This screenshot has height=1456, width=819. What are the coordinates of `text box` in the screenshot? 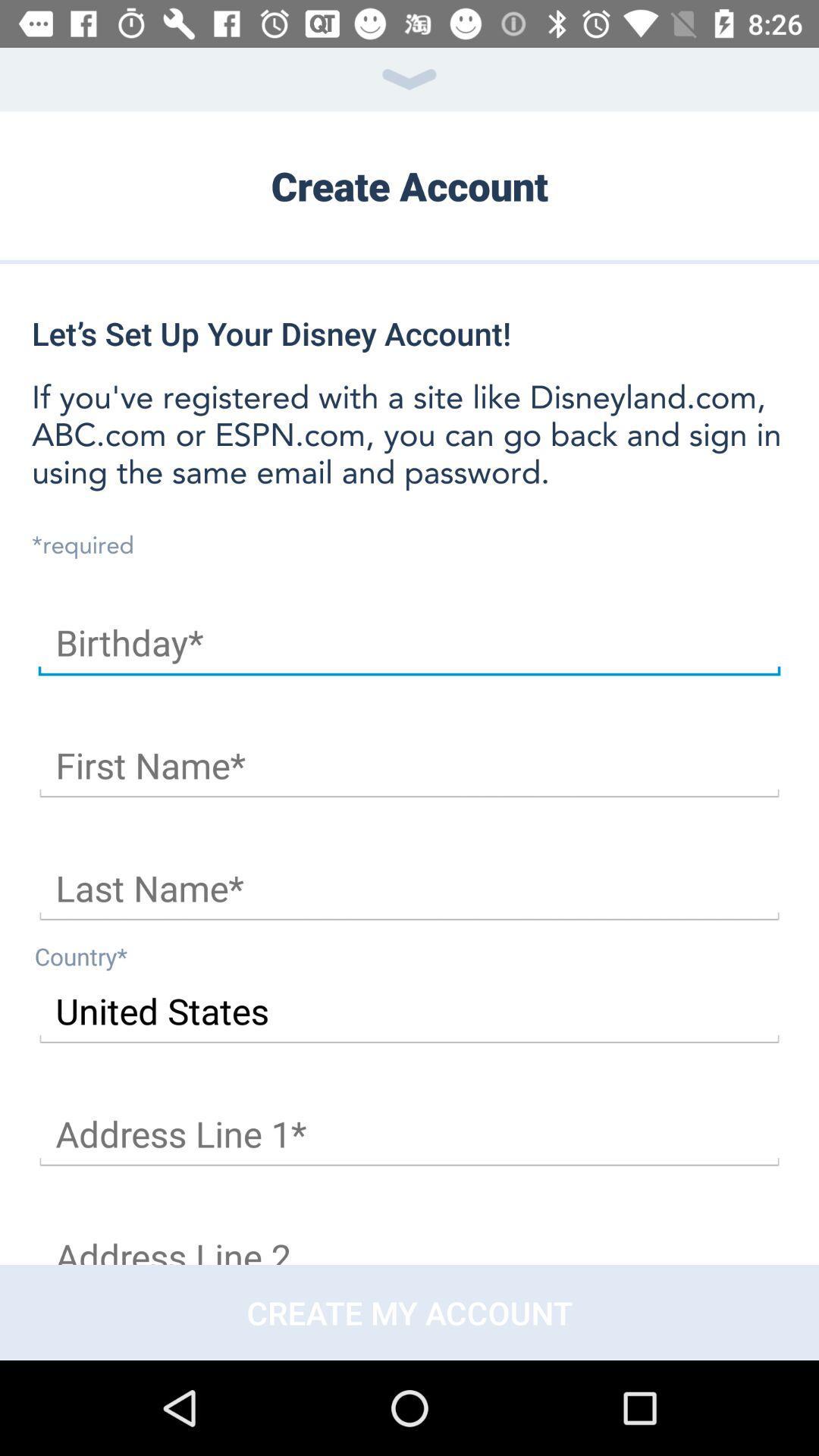 It's located at (409, 766).